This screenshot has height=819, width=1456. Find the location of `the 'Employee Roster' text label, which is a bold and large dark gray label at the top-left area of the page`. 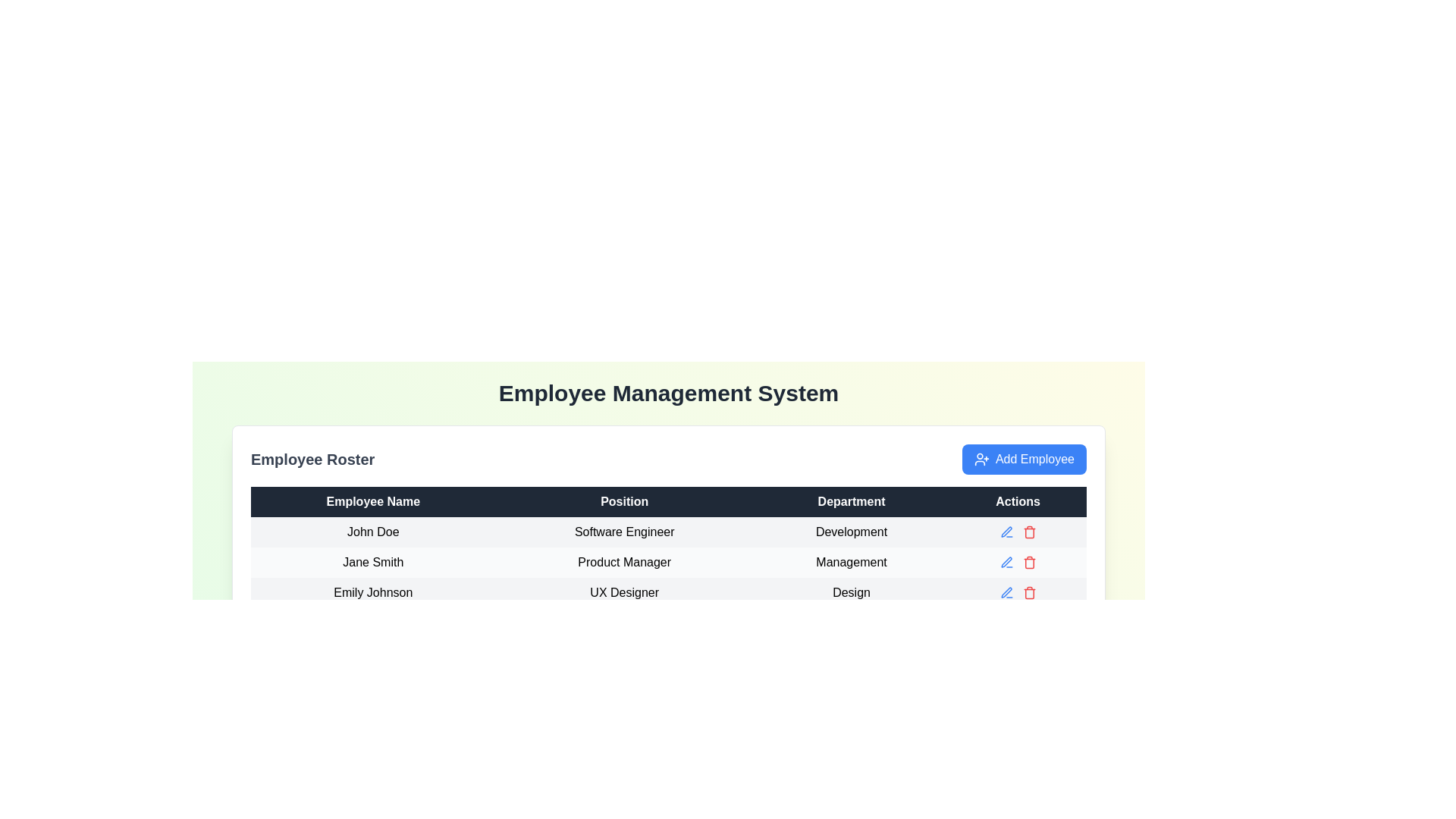

the 'Employee Roster' text label, which is a bold and large dark gray label at the top-left area of the page is located at coordinates (312, 458).